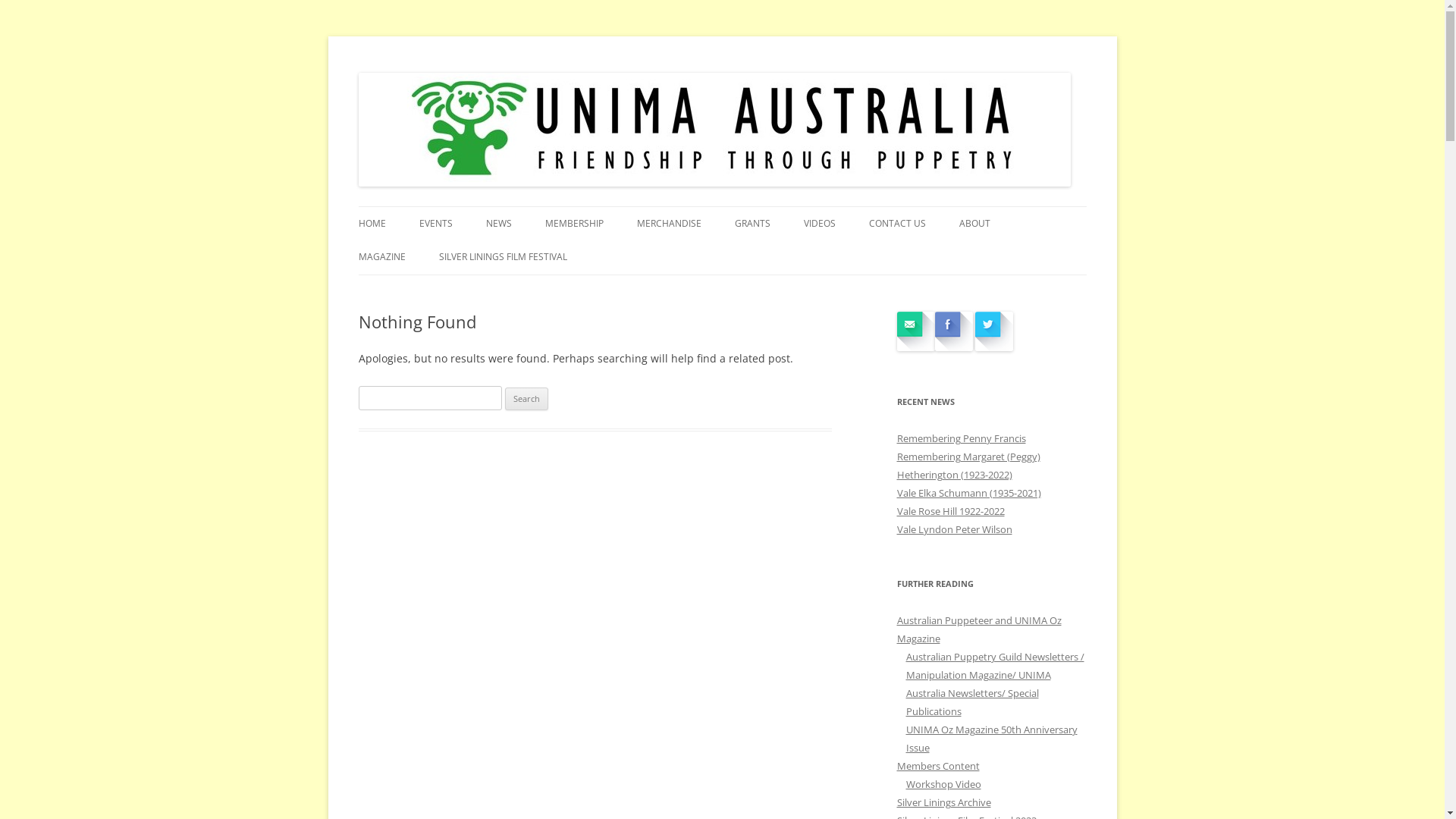  What do you see at coordinates (974, 223) in the screenshot?
I see `'ABOUT'` at bounding box center [974, 223].